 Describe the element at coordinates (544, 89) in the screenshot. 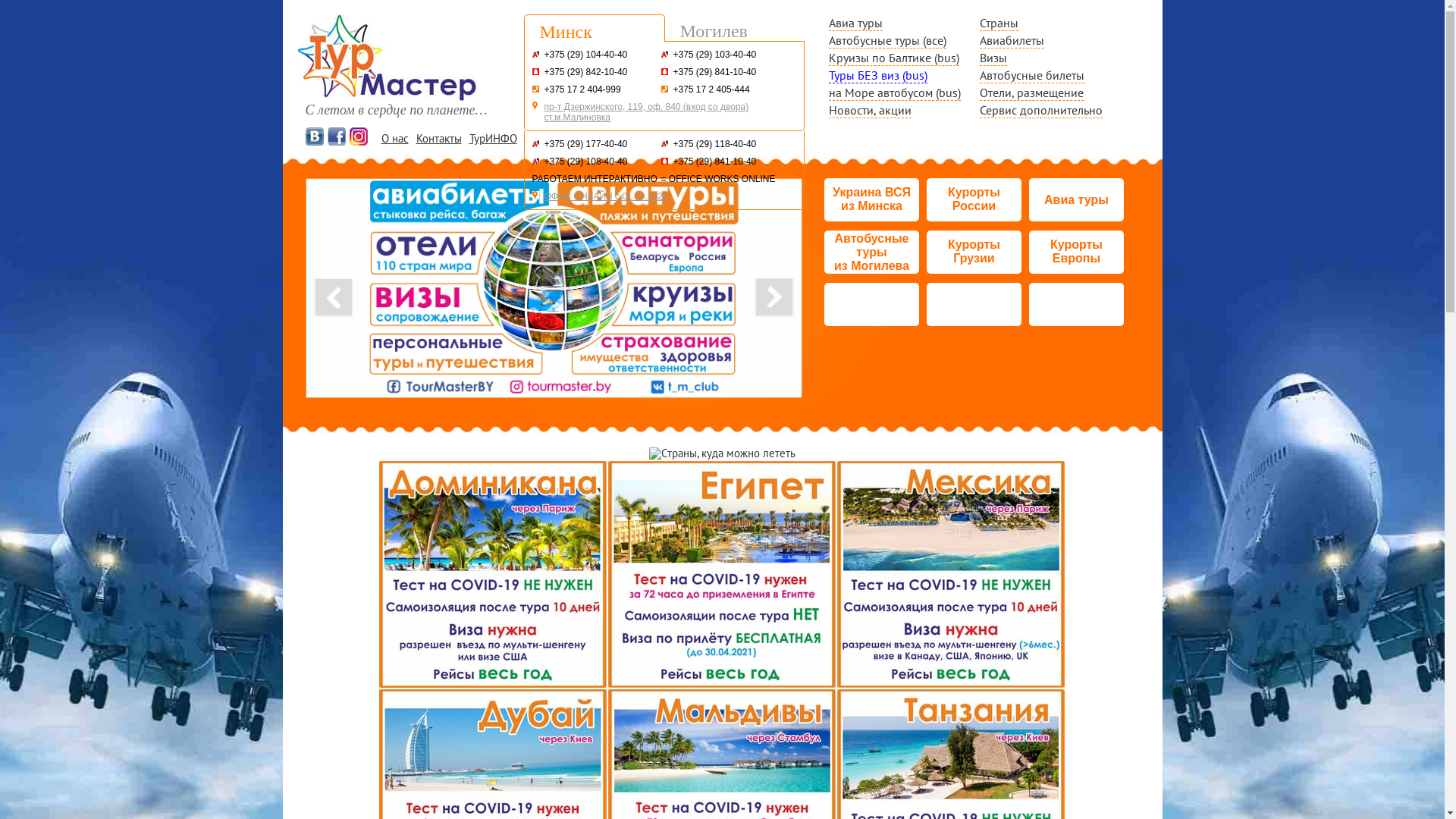

I see `'+375 17 2 404-999'` at that location.